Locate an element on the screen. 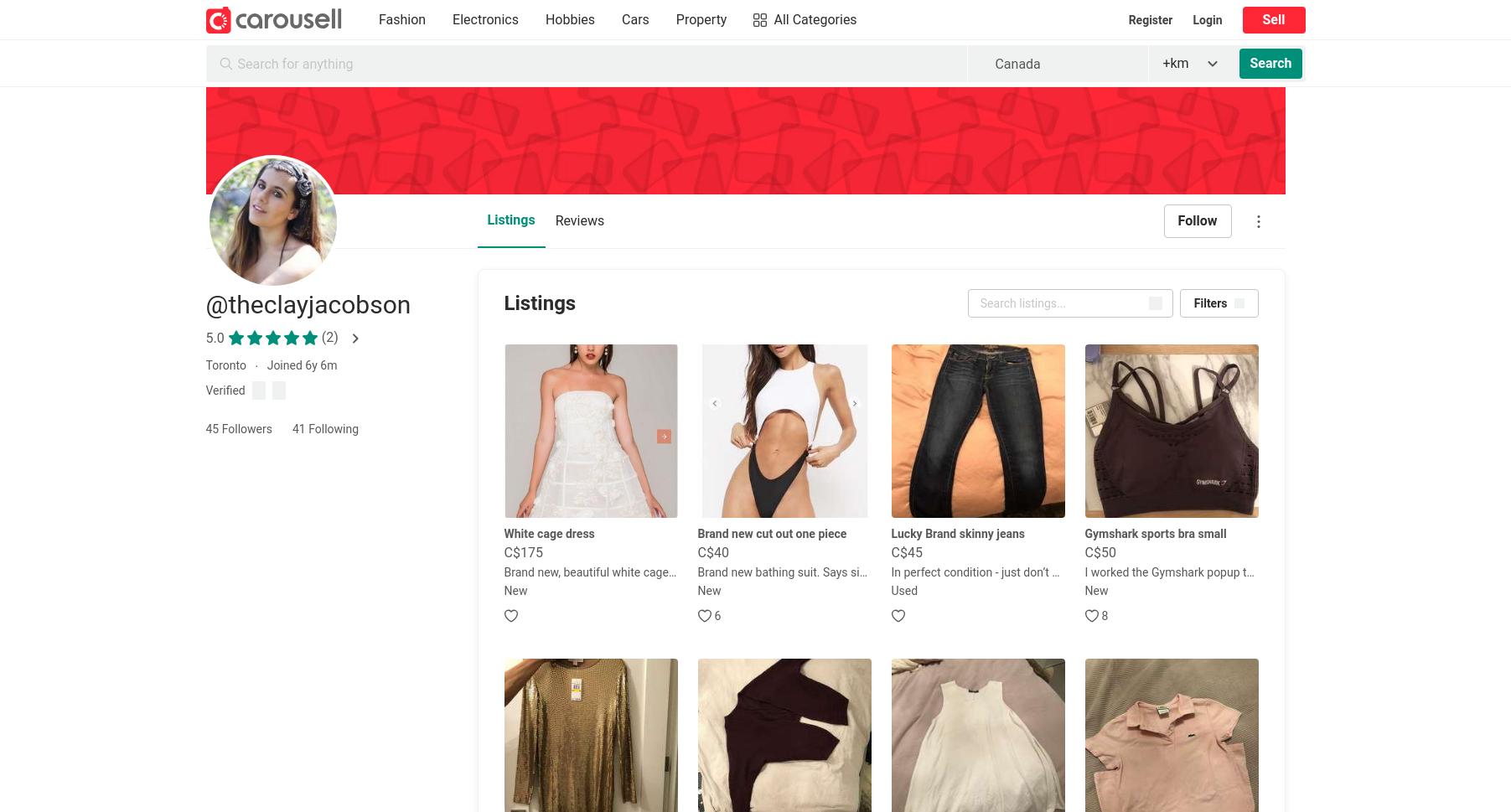 This screenshot has width=1511, height=812. 'Sell' is located at coordinates (1272, 19).